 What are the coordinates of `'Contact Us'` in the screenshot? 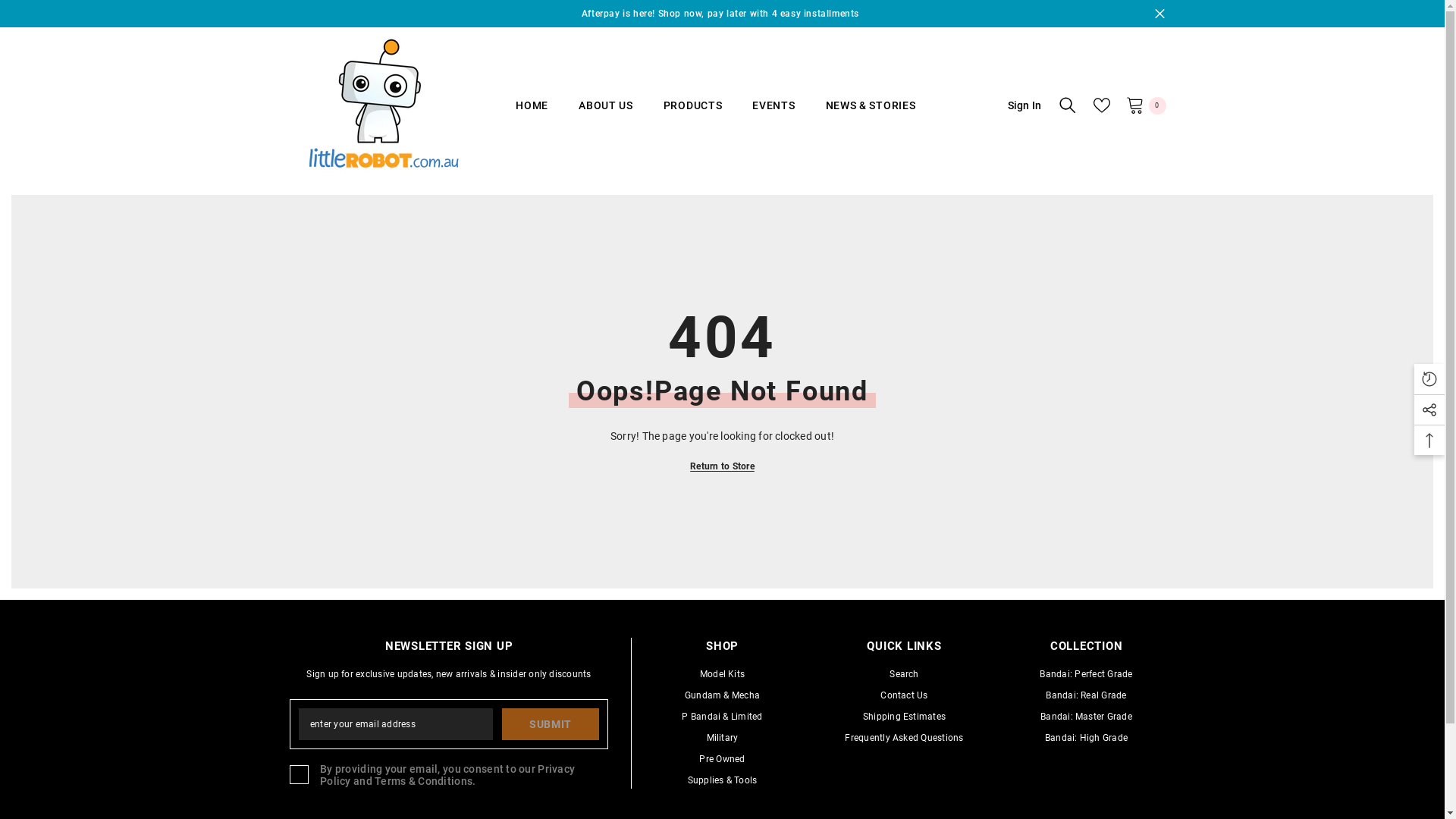 It's located at (903, 695).